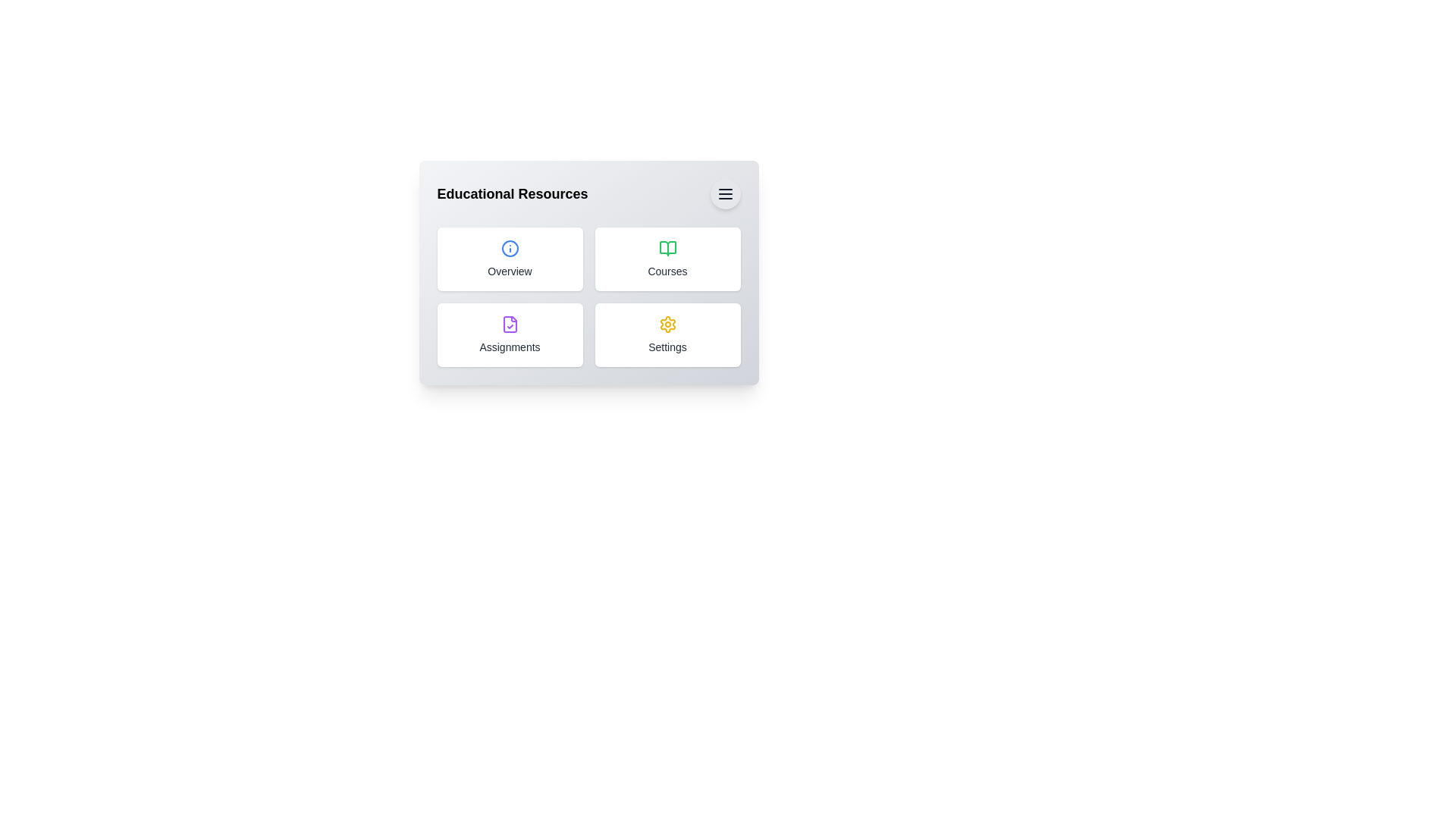 This screenshot has width=1456, height=819. Describe the element at coordinates (667, 334) in the screenshot. I see `the 'Settings' button to select it` at that location.